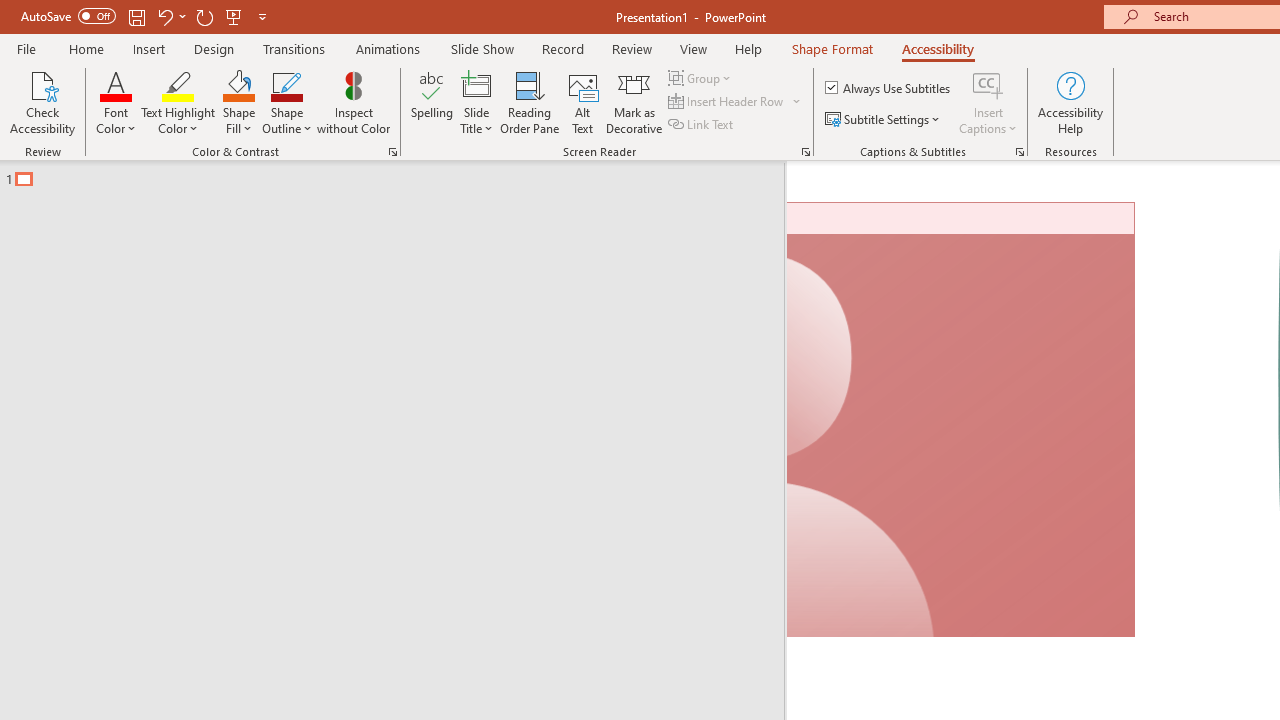  Describe the element at coordinates (286, 103) in the screenshot. I see `'Shape Outline'` at that location.